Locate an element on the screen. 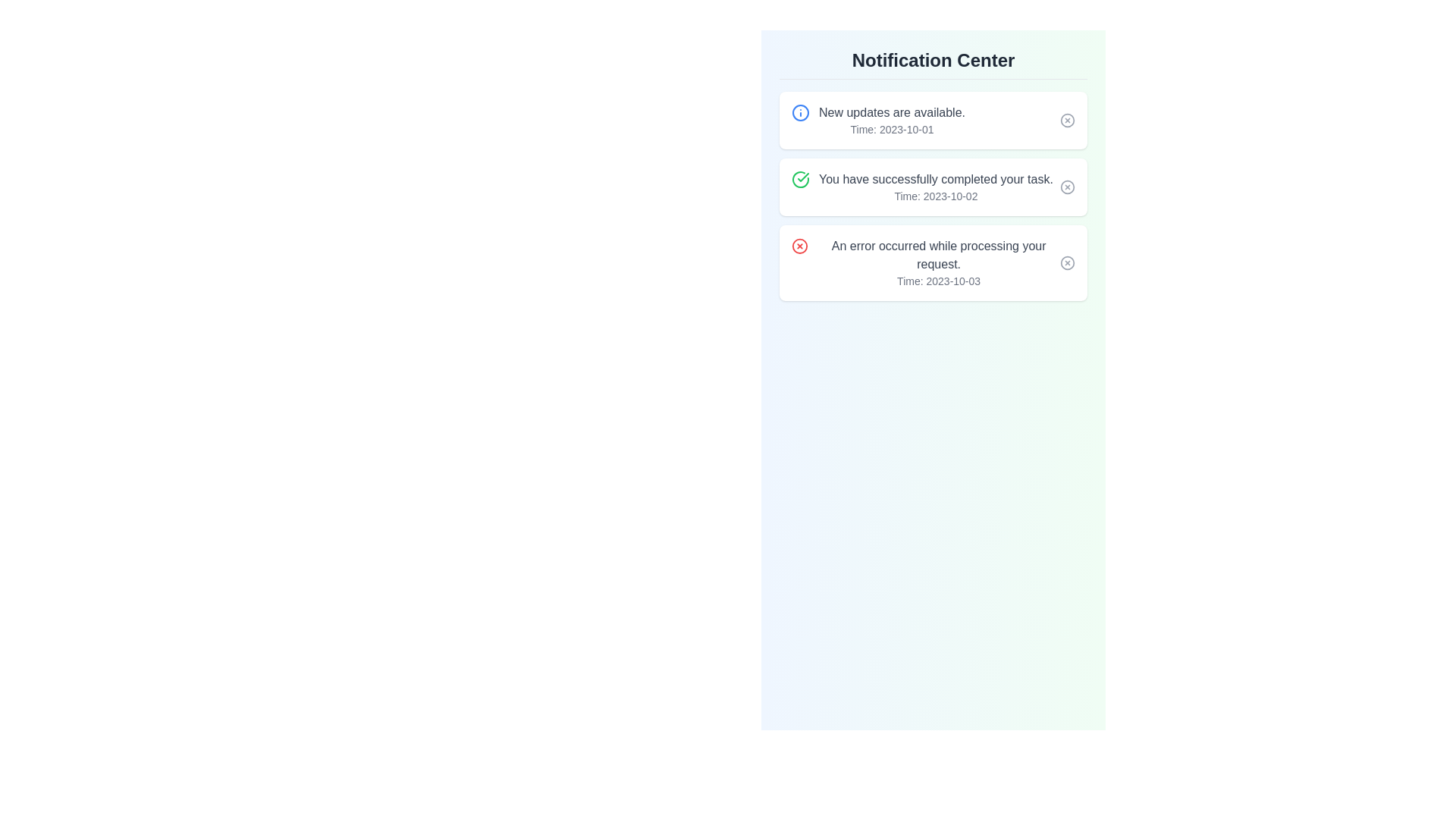 This screenshot has width=1456, height=819. notification message text displayed within the first notification card in the 'Notification Center', which includes its timestamp is located at coordinates (892, 119).